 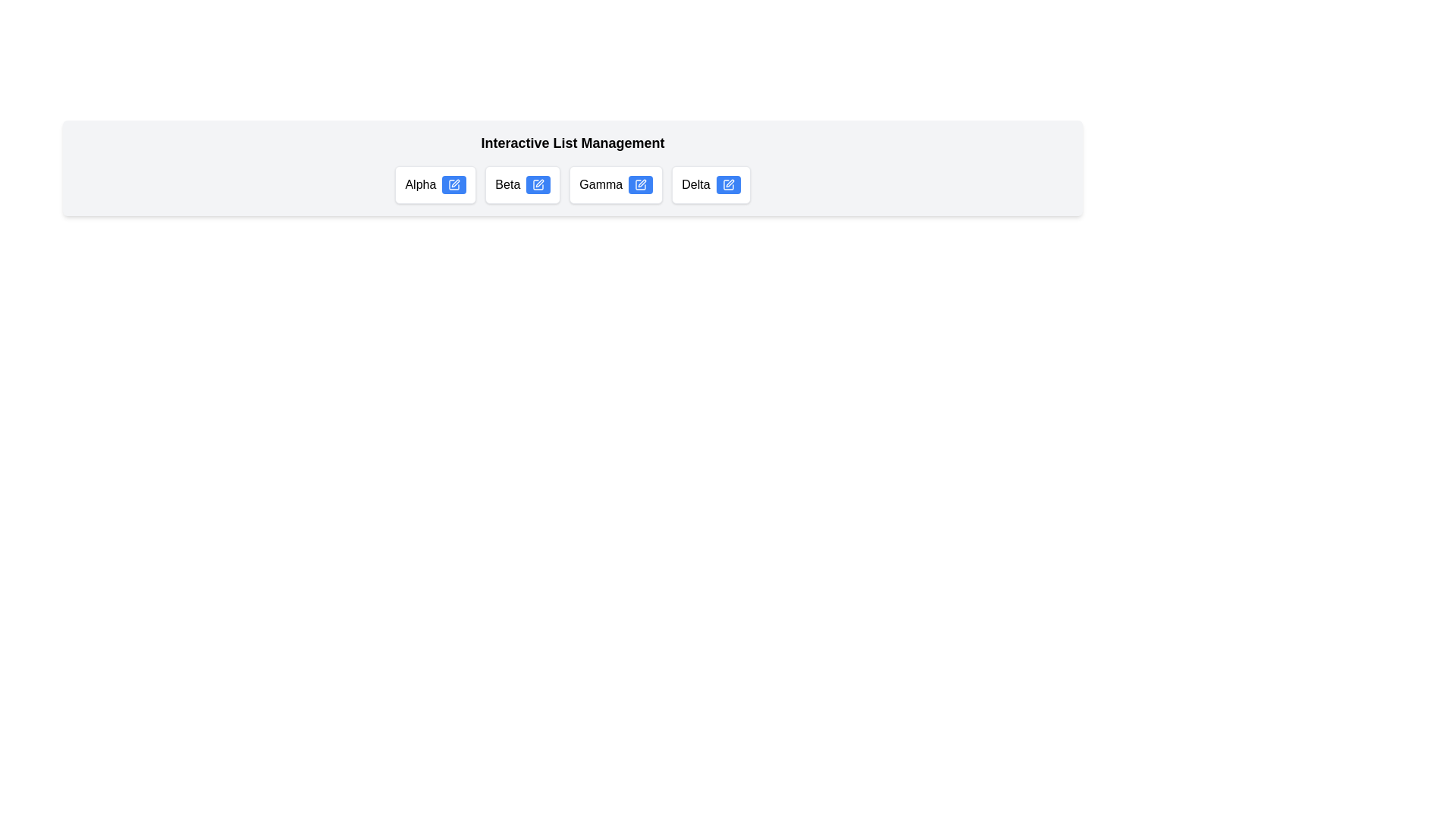 What do you see at coordinates (453, 184) in the screenshot?
I see `the small blue button with a white pencil icon located to the right of the 'Alpha' text label` at bounding box center [453, 184].